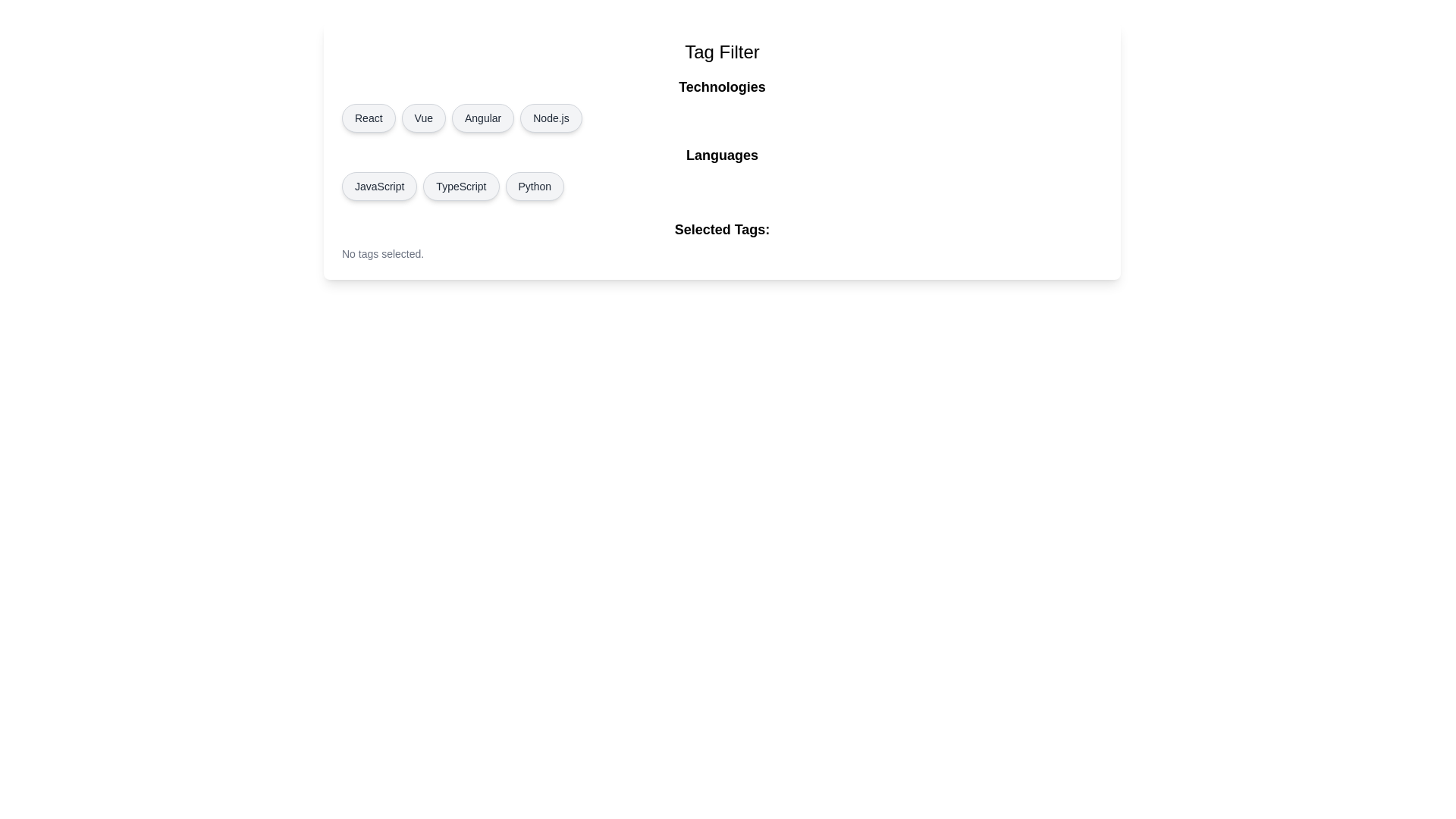 This screenshot has height=819, width=1456. Describe the element at coordinates (535, 186) in the screenshot. I see `the 'Python' tag selector button, which is the third button in a horizontal group of three buttons located under the 'Technologies' section on the left side of the interface` at that location.